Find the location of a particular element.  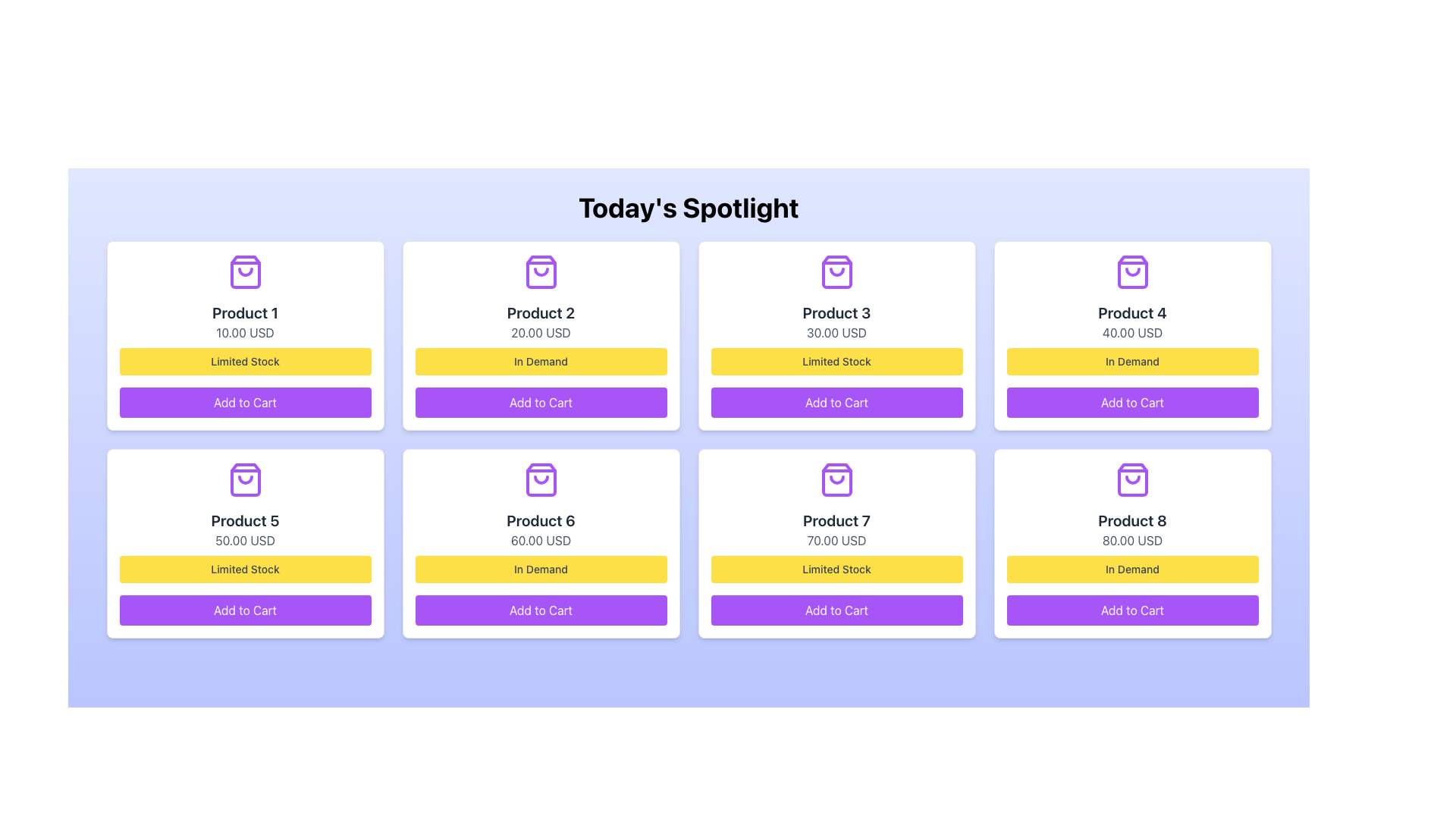

the 'Add to Cart' button with a purple background located in the product card for 'Product 7' is located at coordinates (836, 610).